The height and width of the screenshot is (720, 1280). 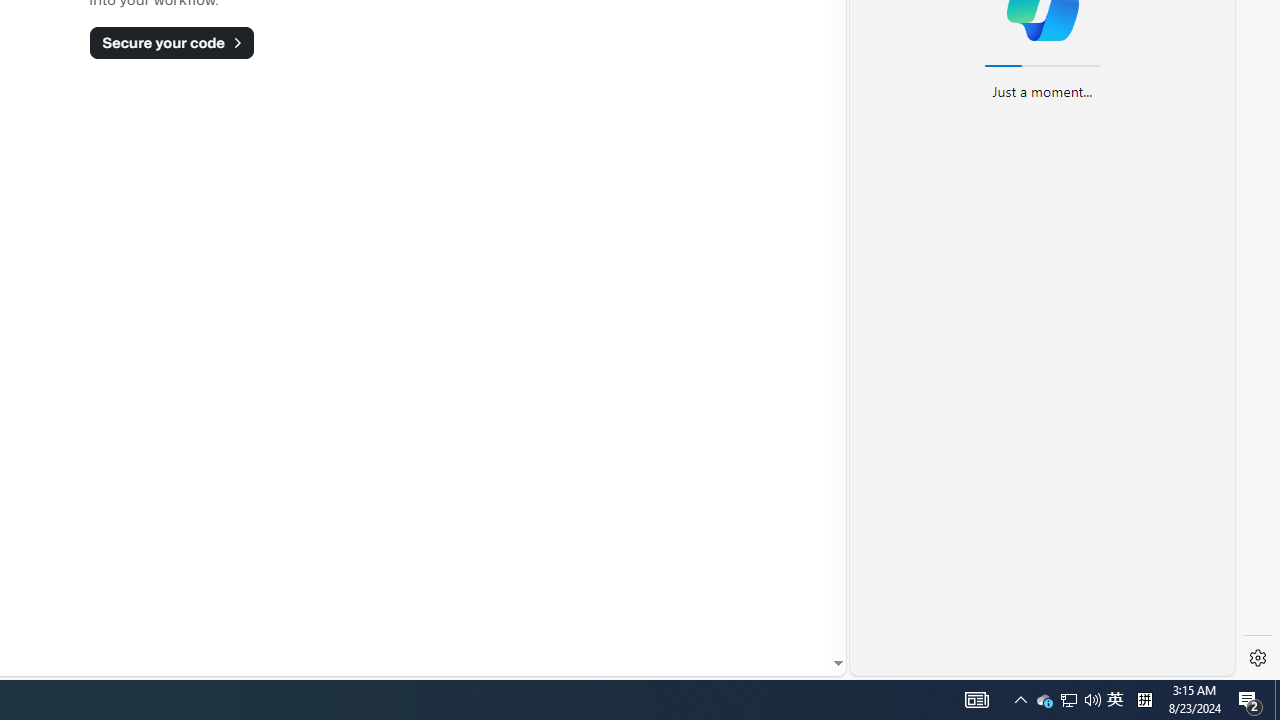 I want to click on 'Secure your code', so click(x=171, y=42).